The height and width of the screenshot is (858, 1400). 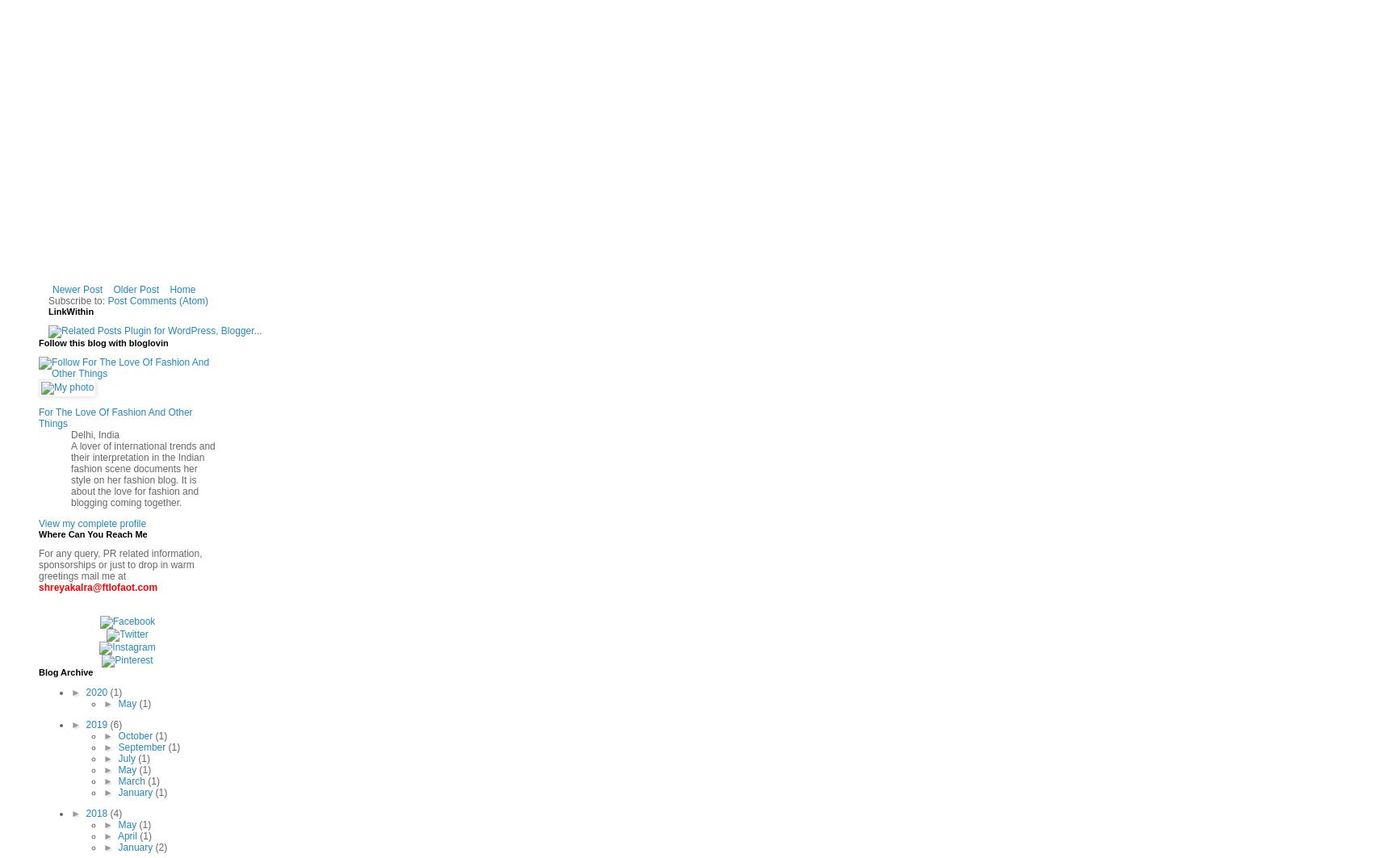 I want to click on 'July', so click(x=128, y=758).